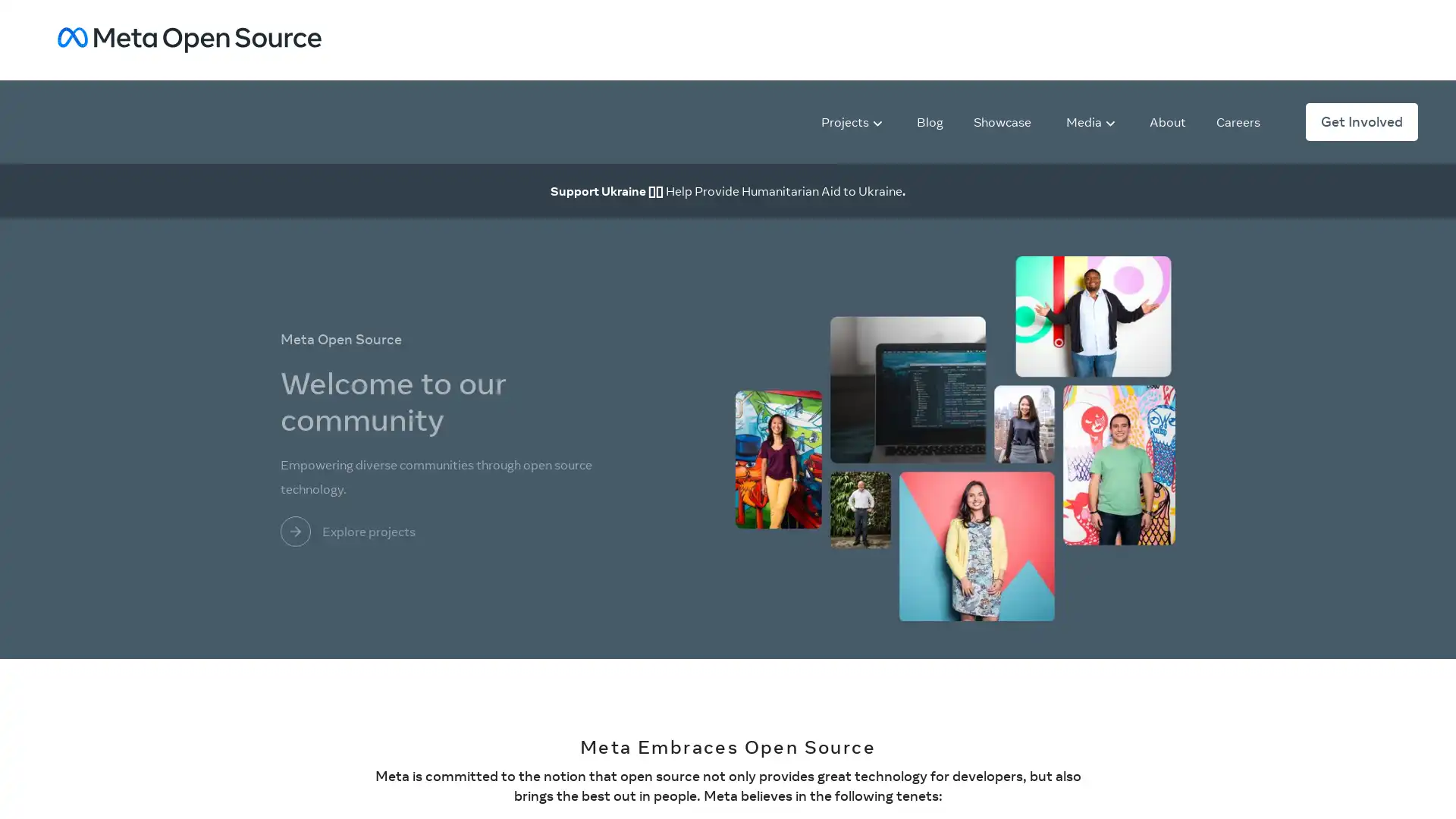  What do you see at coordinates (1090, 120) in the screenshot?
I see `Media` at bounding box center [1090, 120].